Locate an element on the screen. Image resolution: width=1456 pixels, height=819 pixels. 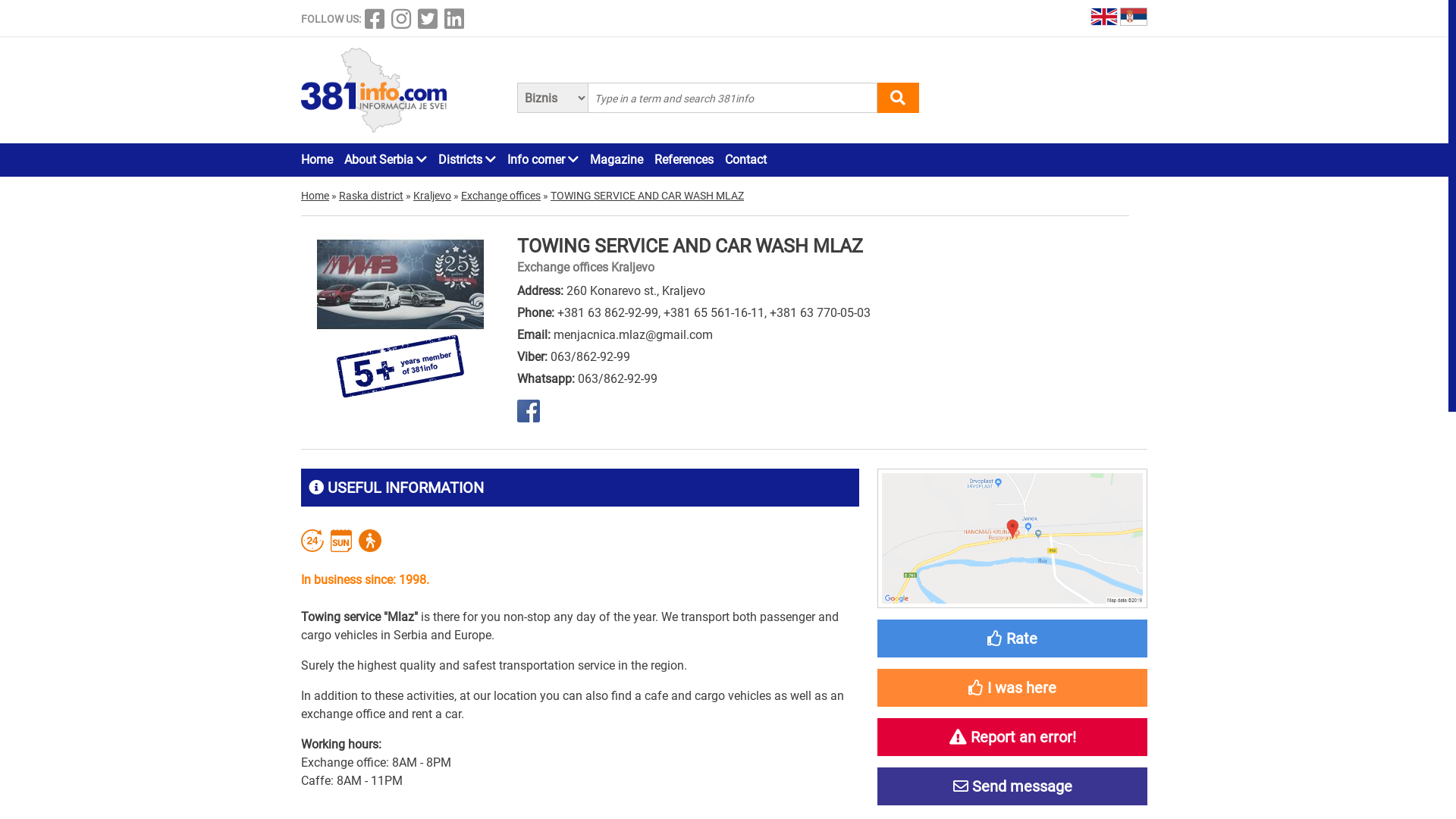
'+381 63 862-92-99' is located at coordinates (607, 312).